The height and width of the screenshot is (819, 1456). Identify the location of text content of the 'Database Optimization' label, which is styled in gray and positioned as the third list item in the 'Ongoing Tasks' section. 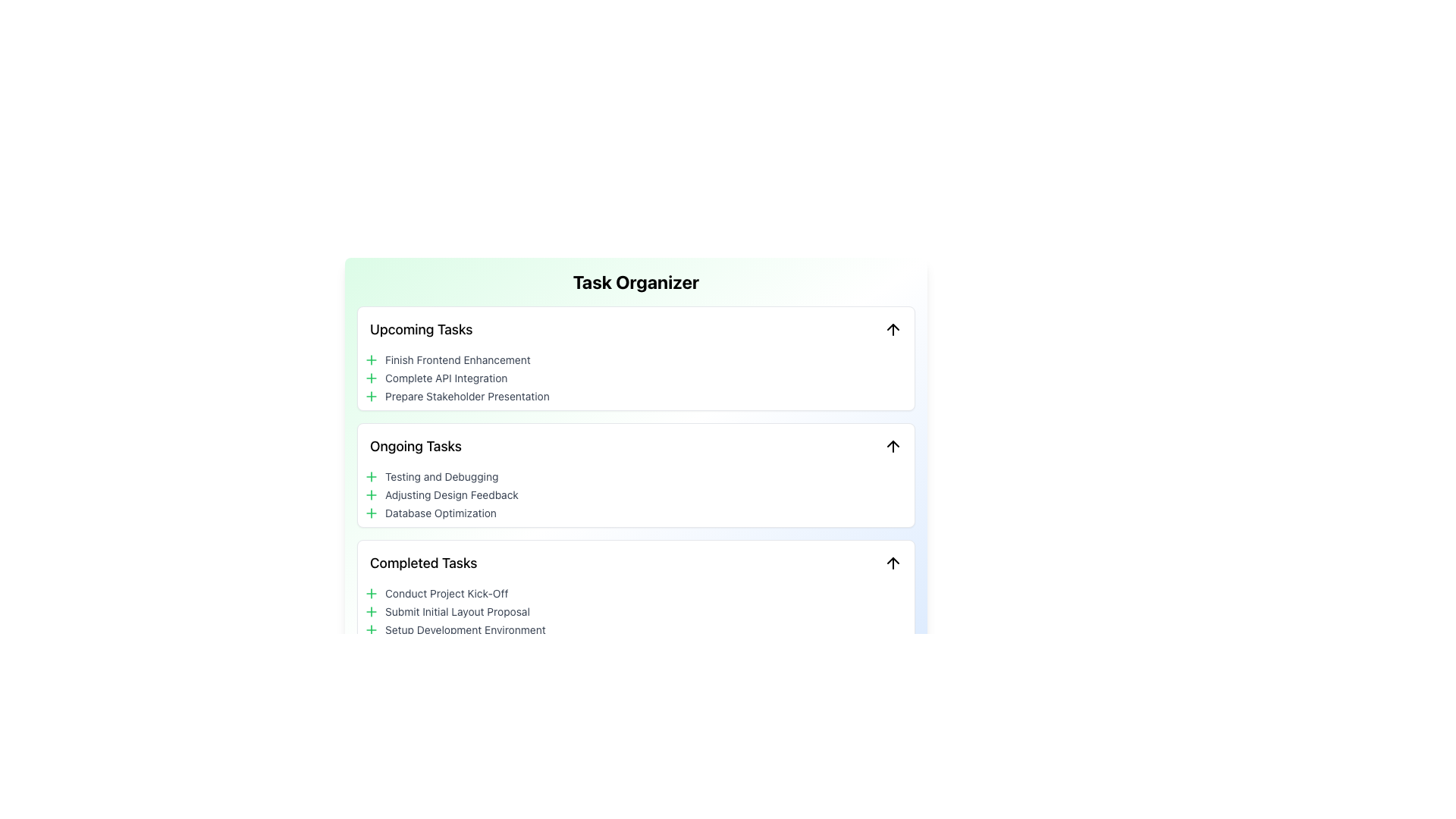
(440, 513).